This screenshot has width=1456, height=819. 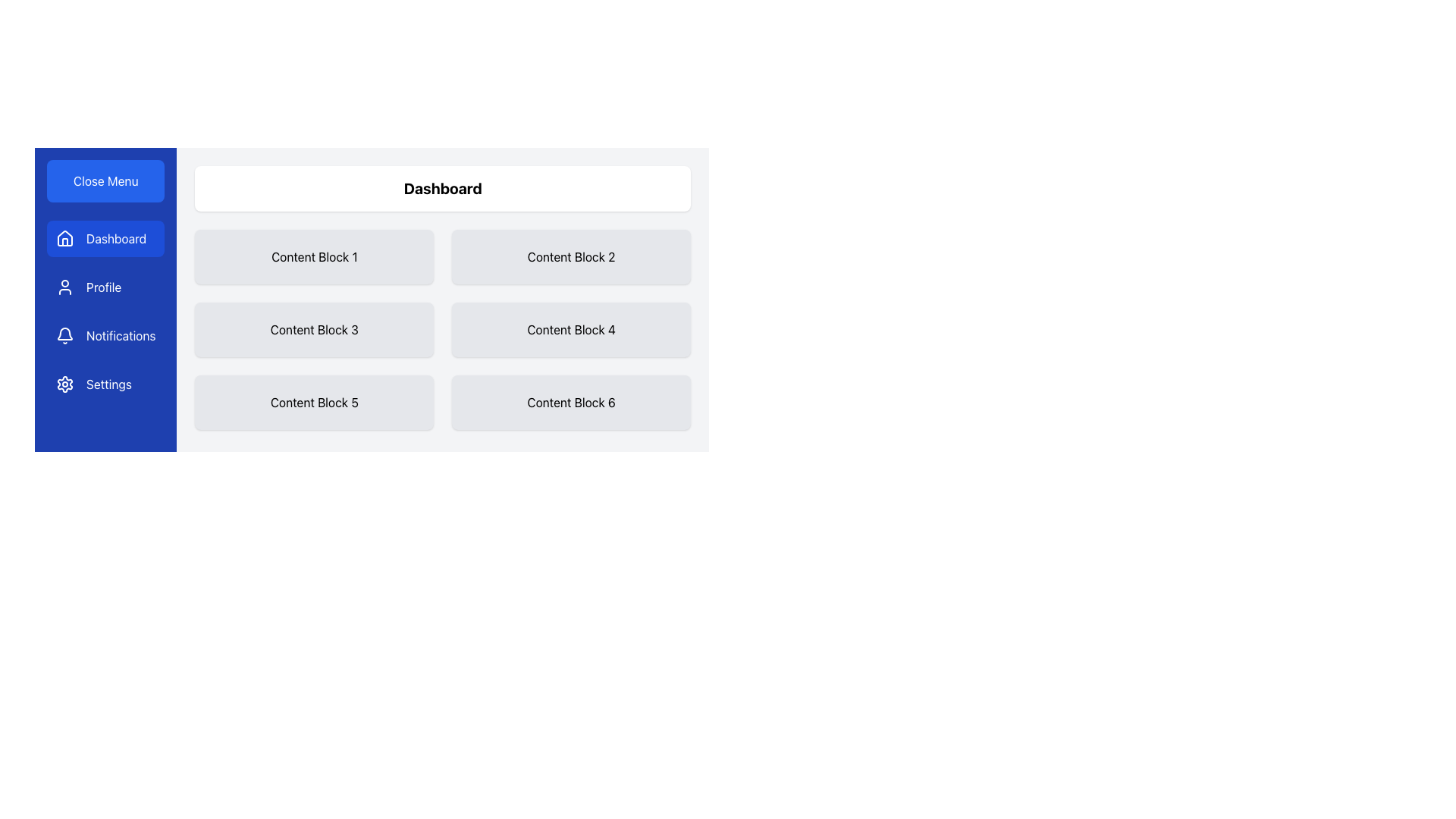 I want to click on the gear icon that serves as a visual indicator for the 'Settings' menu option located in the left sidebar navigation panel, positioned before the 'Settings' text, so click(x=64, y=383).